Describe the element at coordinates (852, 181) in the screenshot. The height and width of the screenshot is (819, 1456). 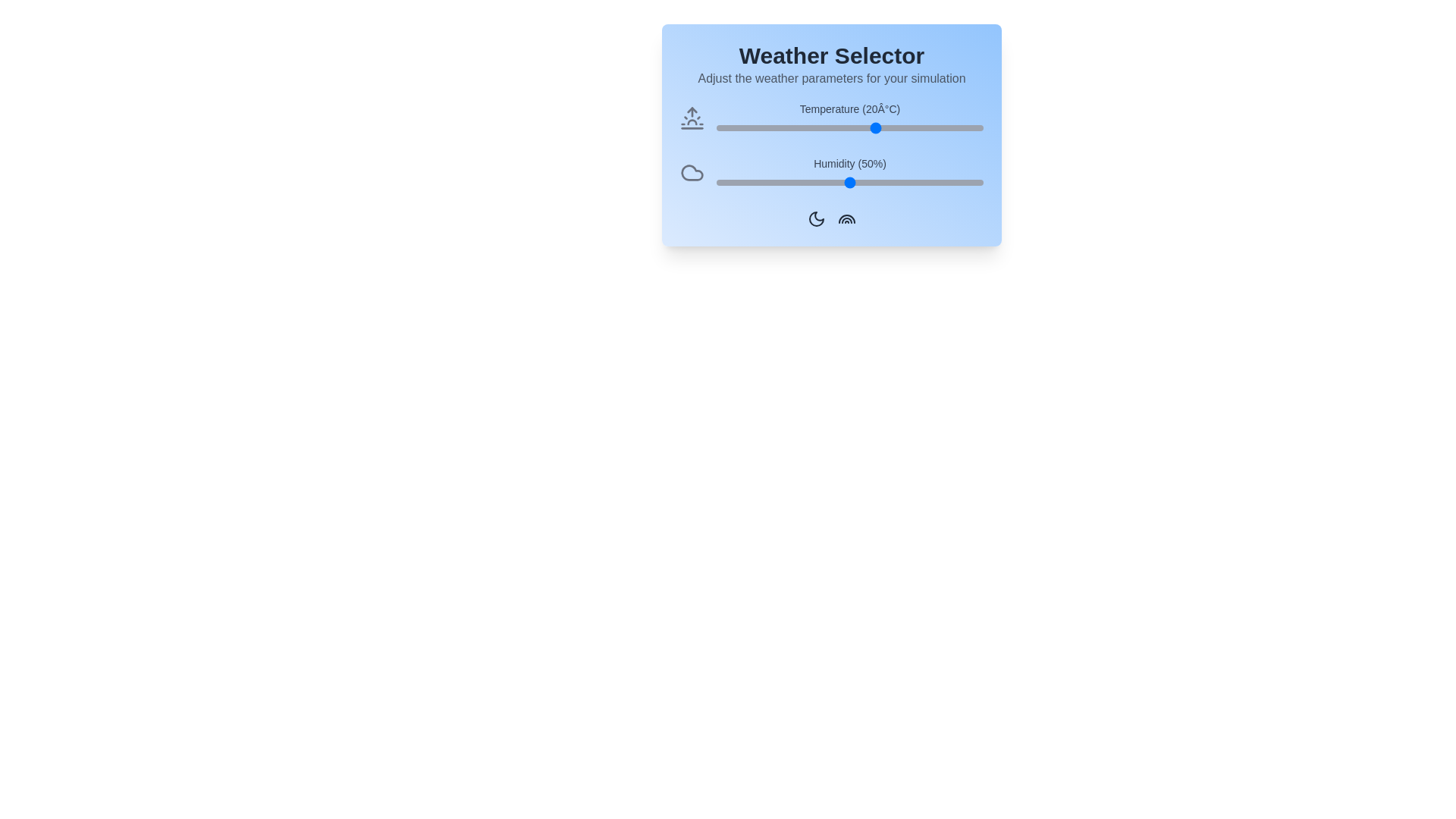
I see `the humidity slider to 51%` at that location.